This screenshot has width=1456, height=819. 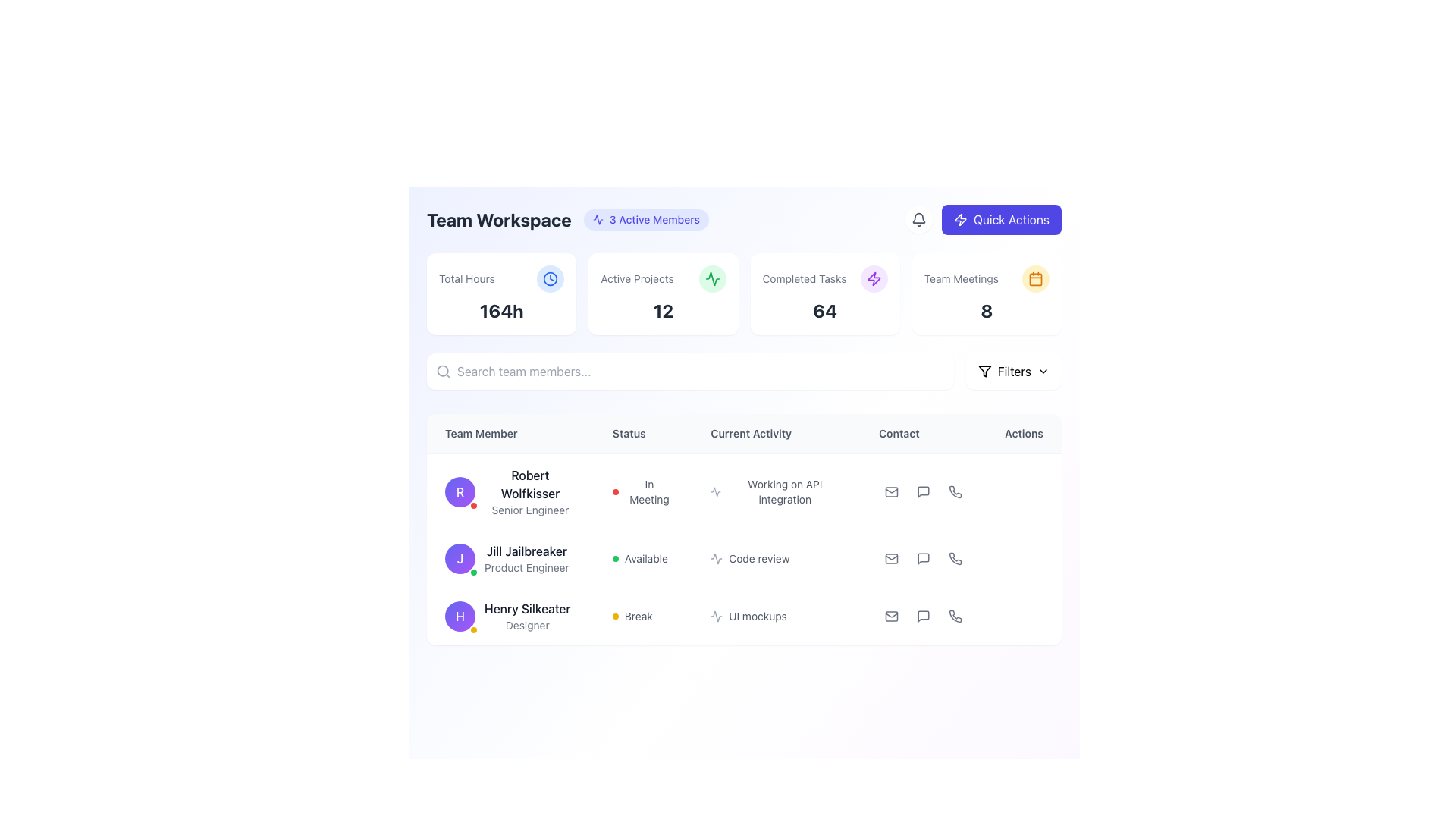 What do you see at coordinates (744, 434) in the screenshot?
I see `the Table Header Row which contains labels for the columns such as 'Team Member', 'Status', 'Current Activity', 'Contact', and 'Actions'` at bounding box center [744, 434].